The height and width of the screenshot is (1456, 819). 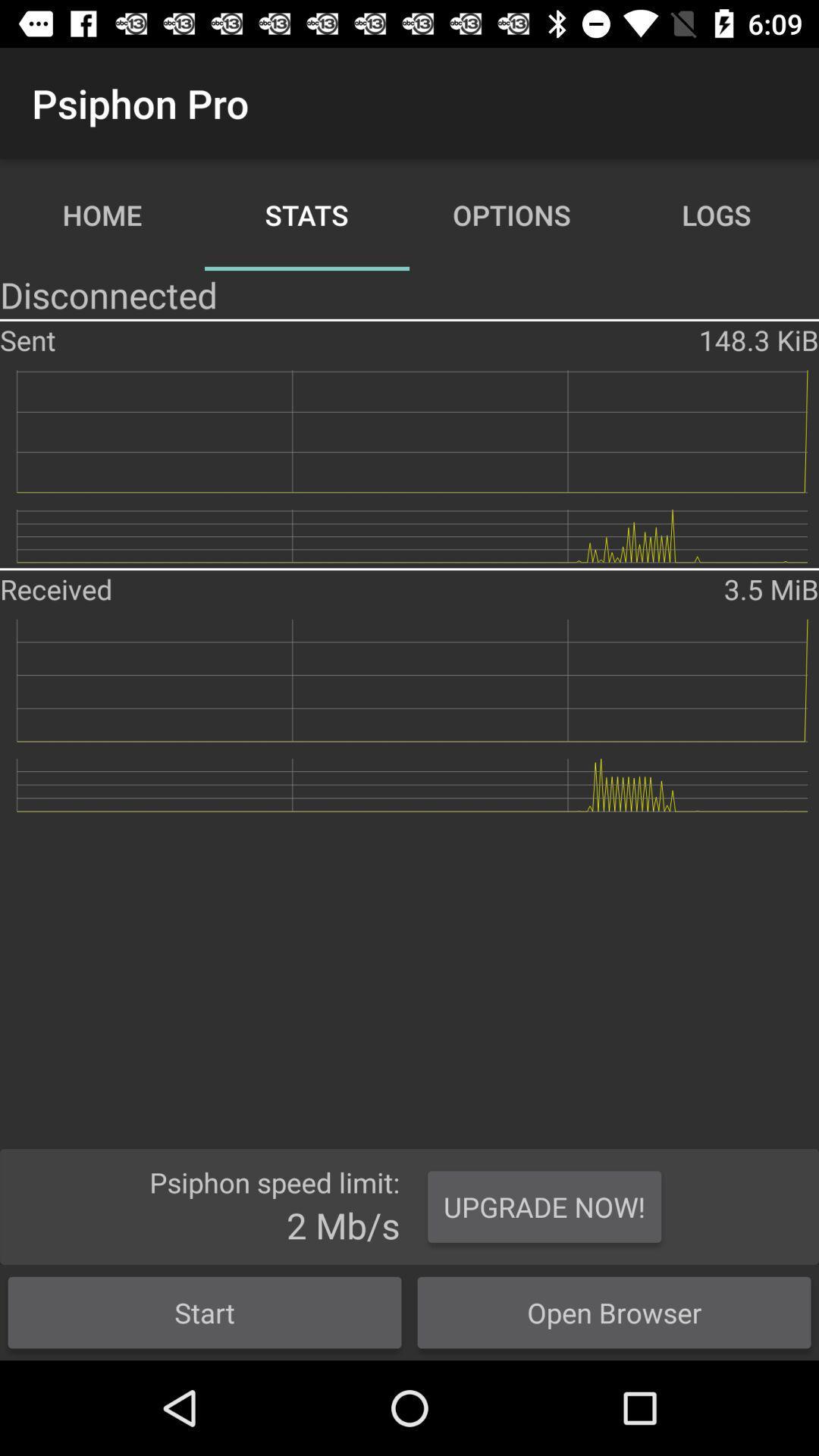 I want to click on the item next to the open browser button, so click(x=205, y=1312).